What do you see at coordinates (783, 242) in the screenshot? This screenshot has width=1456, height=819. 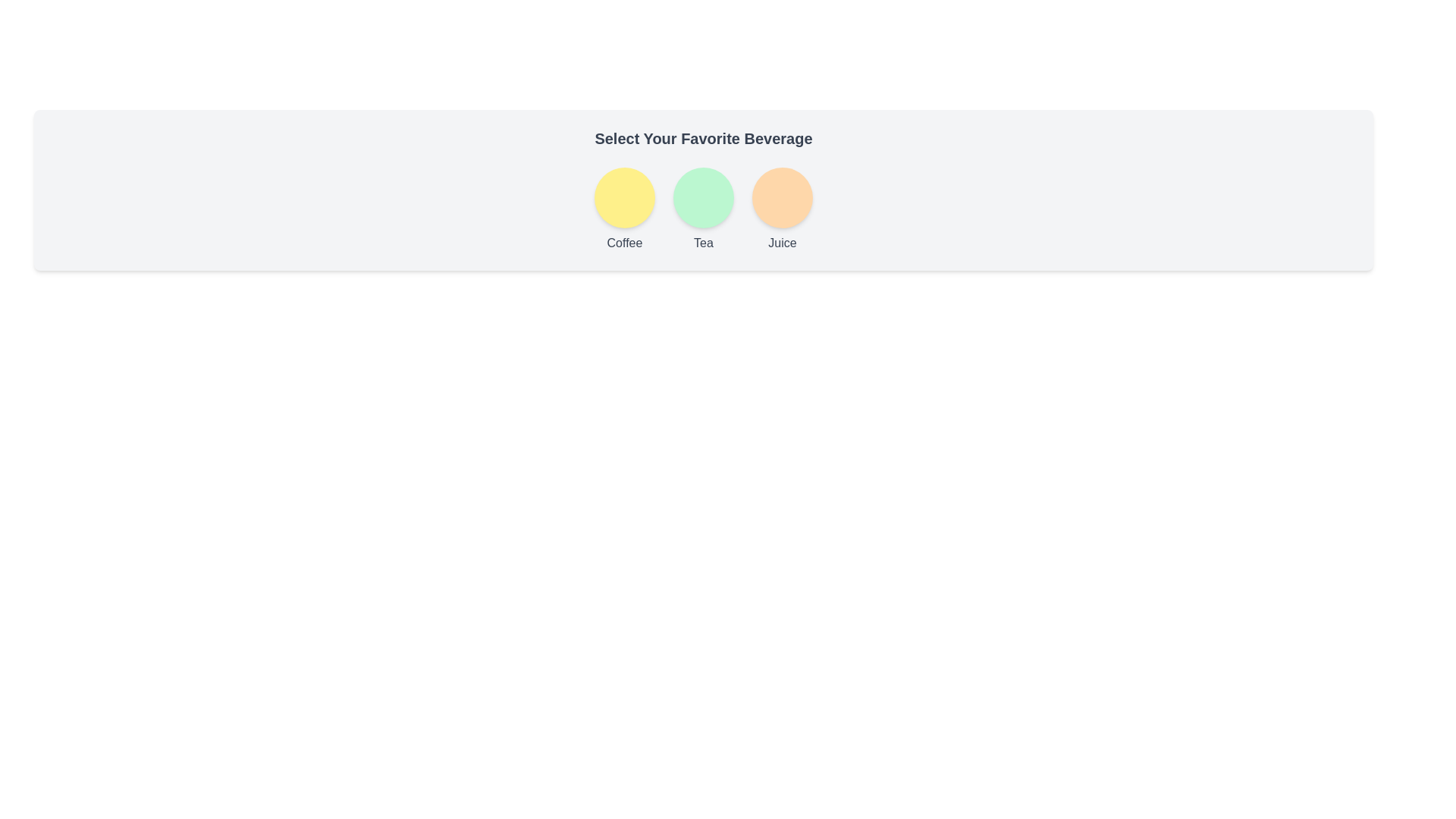 I see `the text label that identifies the beverage option, located centrally below the orange circular icon, which is the rightmost label among three beverage selections` at bounding box center [783, 242].